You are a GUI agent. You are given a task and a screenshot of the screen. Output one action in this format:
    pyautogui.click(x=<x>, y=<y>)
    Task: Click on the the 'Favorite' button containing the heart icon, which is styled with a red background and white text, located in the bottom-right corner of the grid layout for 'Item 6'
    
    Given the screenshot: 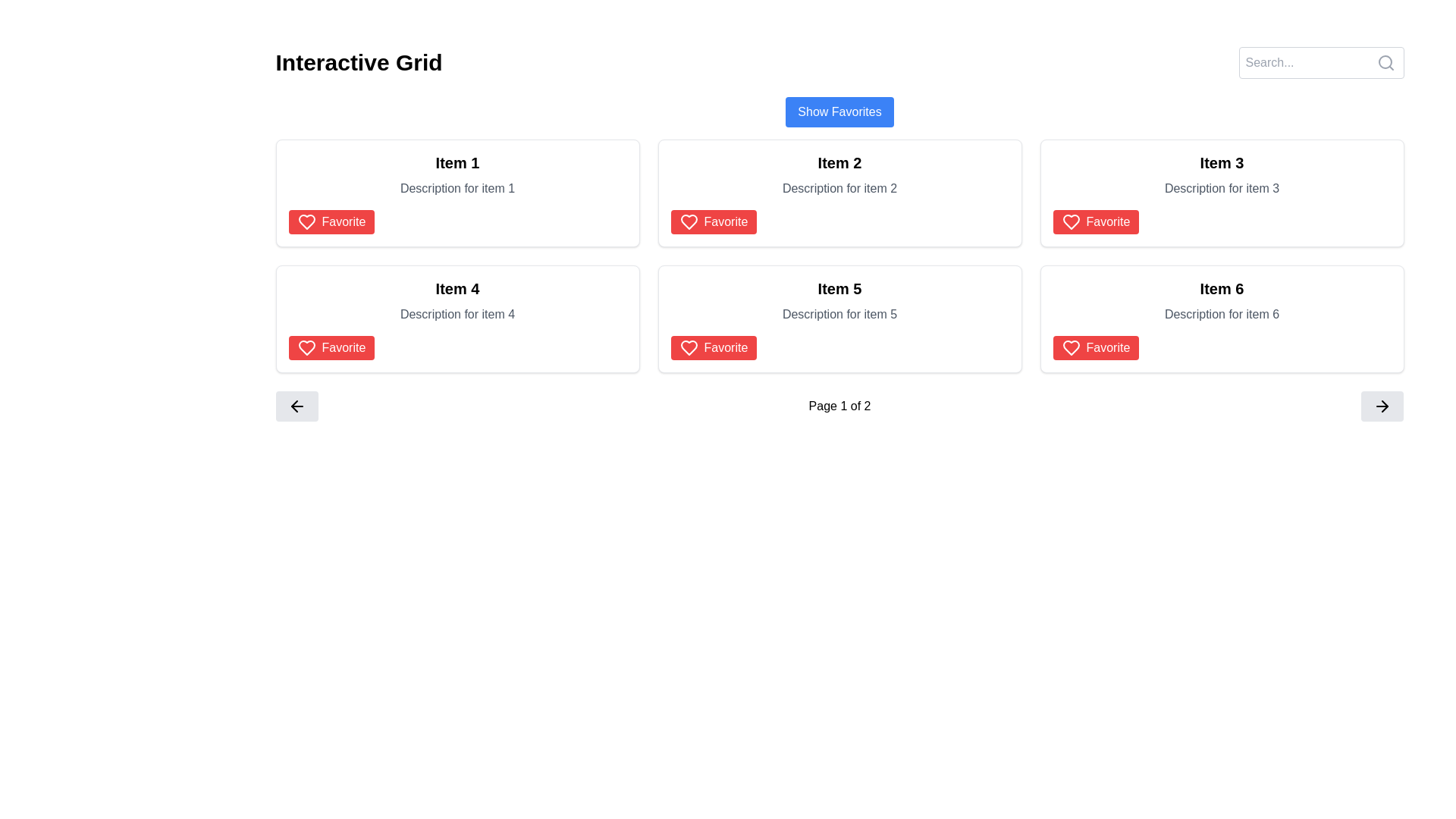 What is the action you would take?
    pyautogui.click(x=1070, y=348)
    